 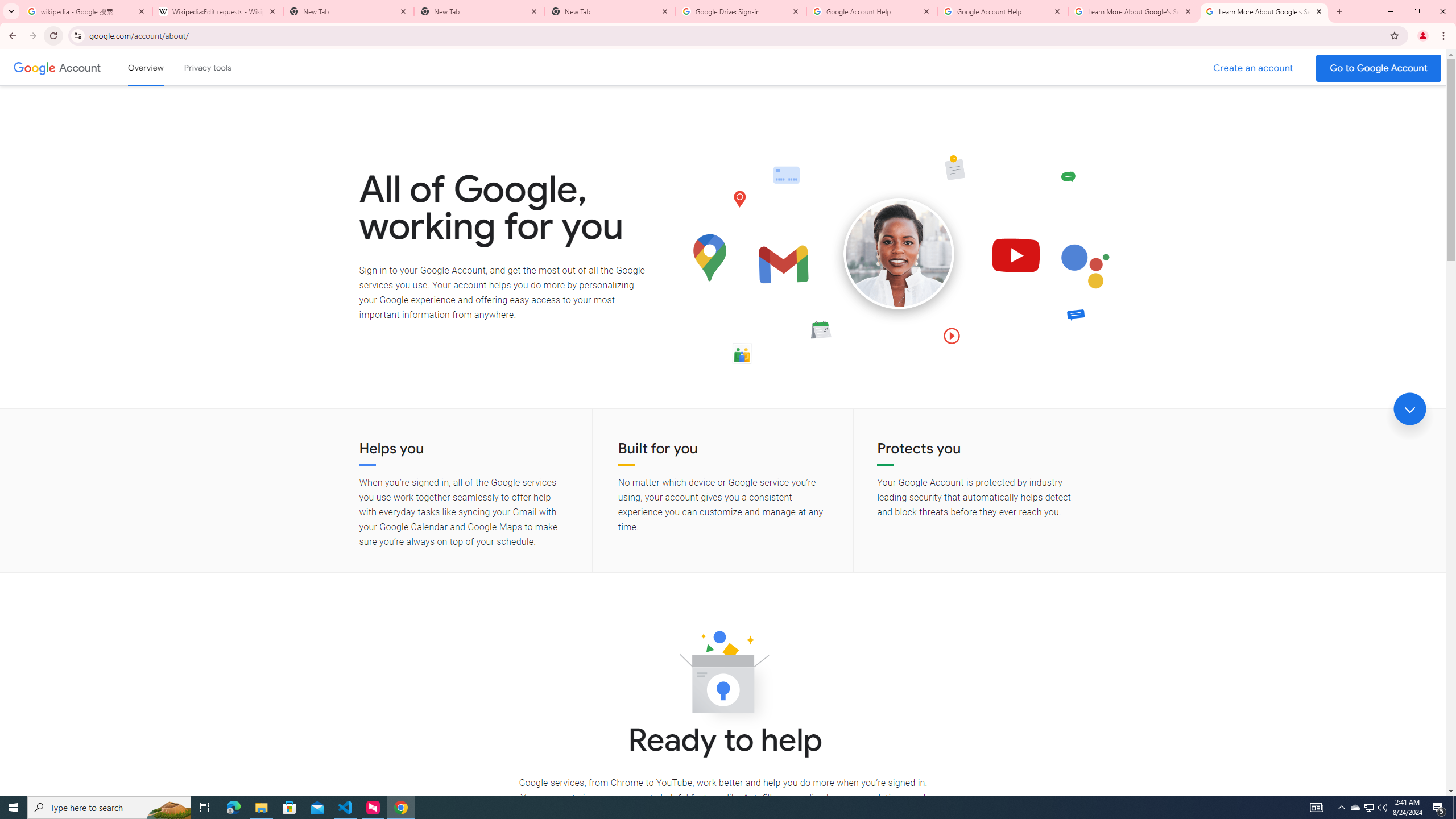 I want to click on 'Wikipedia:Edit requests - Wikipedia', so click(x=217, y=11).